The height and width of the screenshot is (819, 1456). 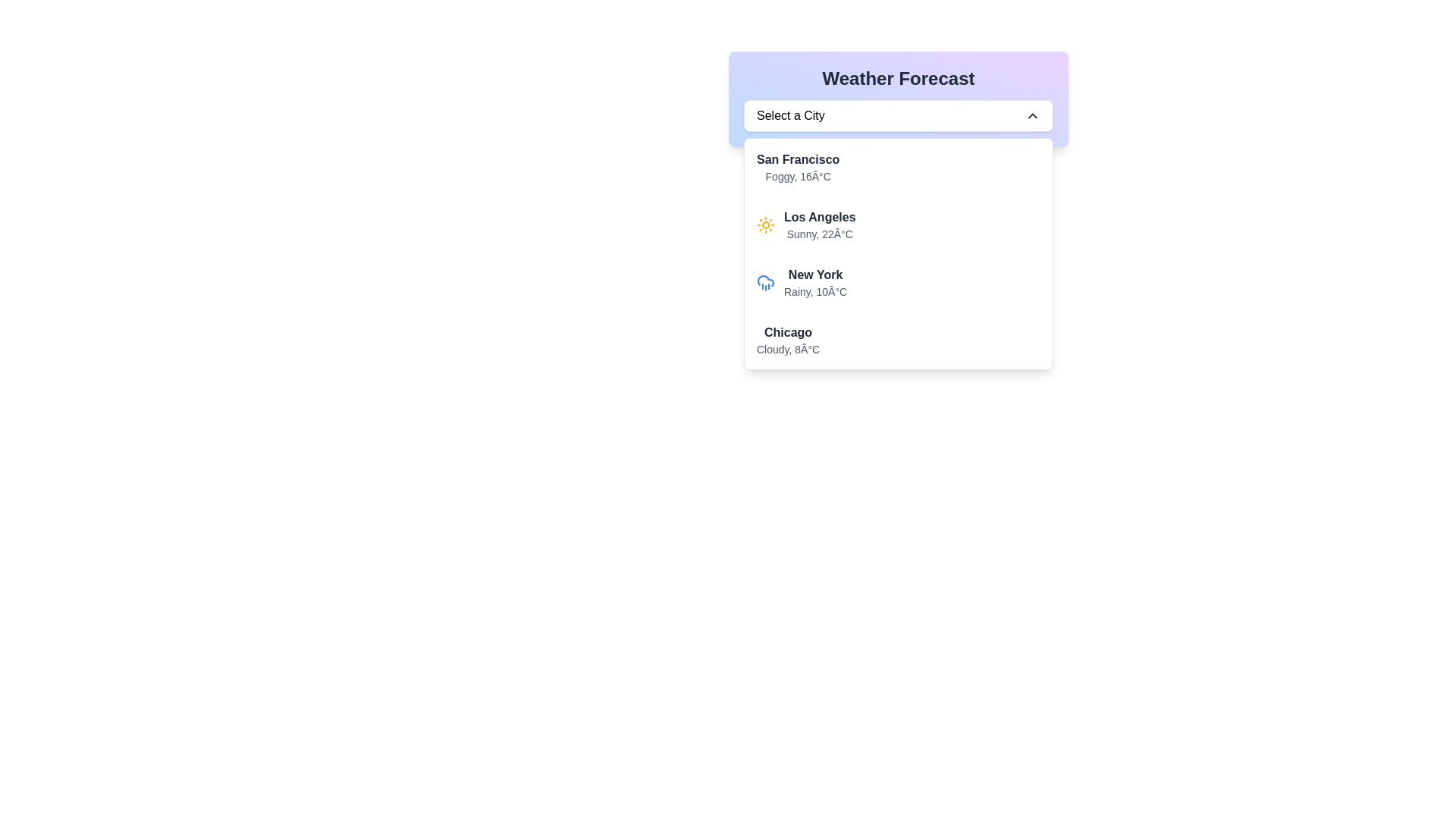 What do you see at coordinates (1032, 115) in the screenshot?
I see `the upward-pointing chevron icon located at the right end of the dropdown menu labeled 'Select a City'` at bounding box center [1032, 115].